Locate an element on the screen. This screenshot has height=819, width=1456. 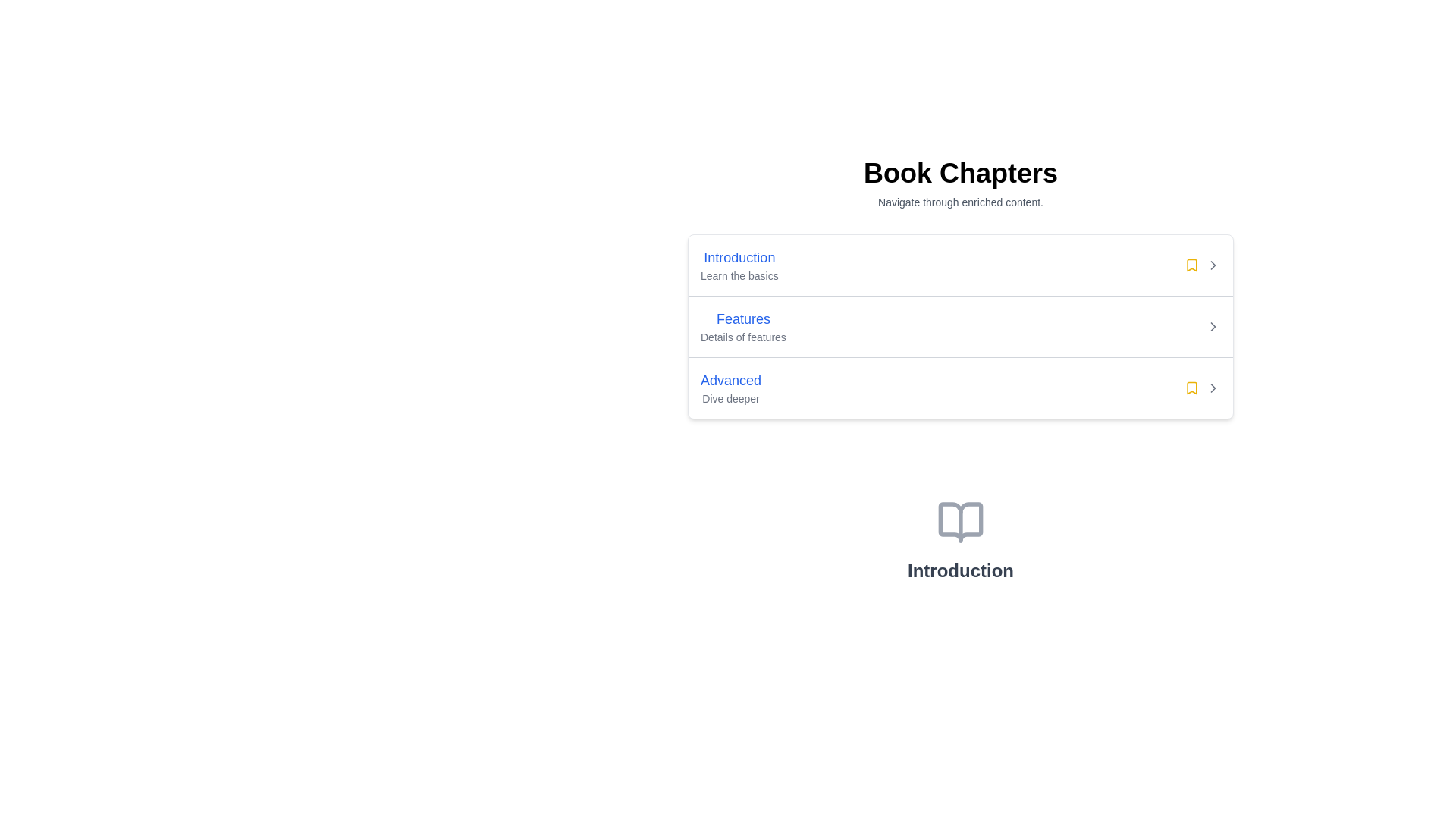
the navigational hyperlink labeled 'Features' located in the 'Book Chapters' section, positioned below 'Introduction' and above 'Advanced' is located at coordinates (743, 318).